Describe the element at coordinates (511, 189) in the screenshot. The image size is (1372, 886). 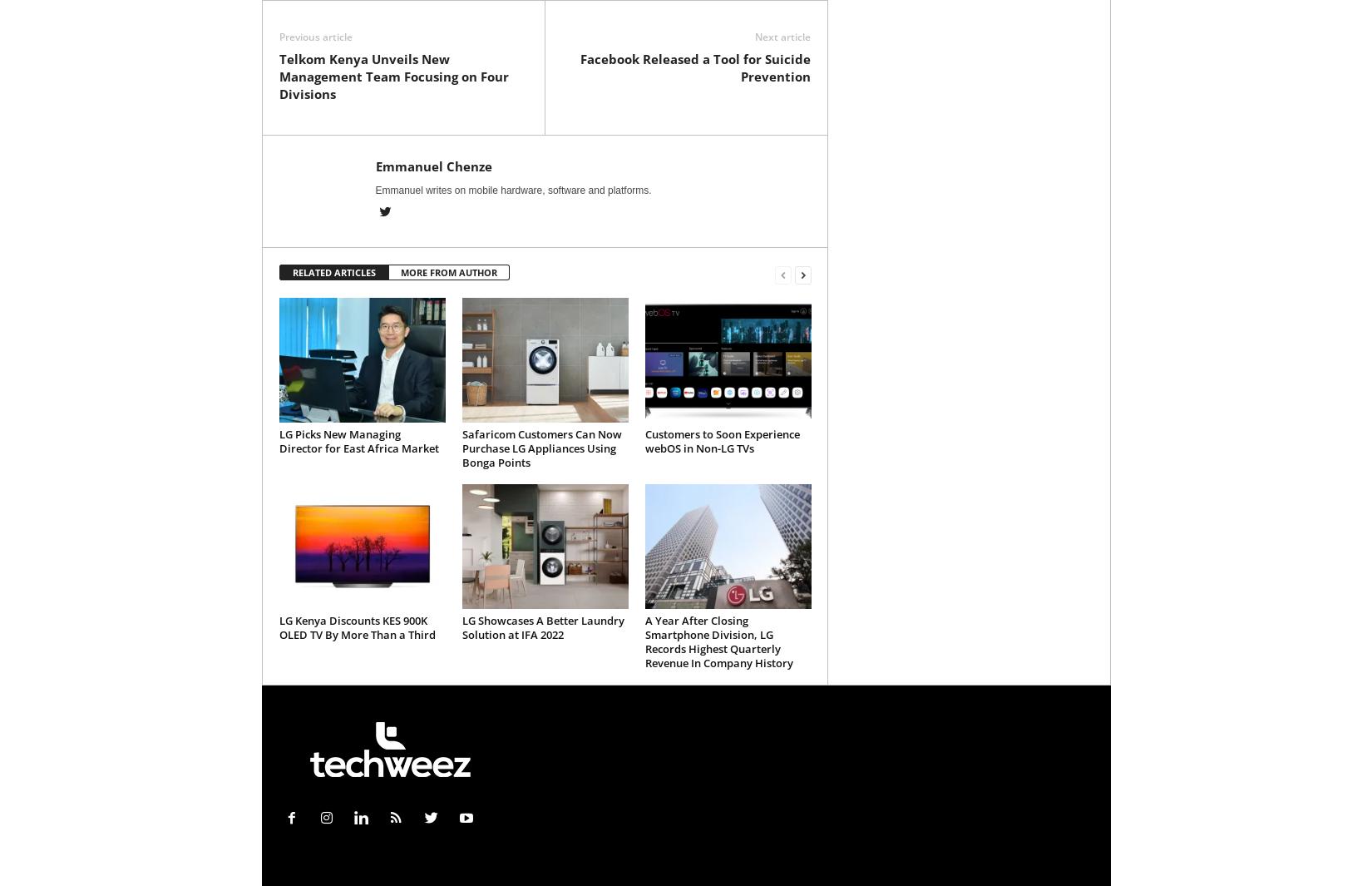
I see `'Emmanuel writes on mobile hardware, software and platforms.'` at that location.